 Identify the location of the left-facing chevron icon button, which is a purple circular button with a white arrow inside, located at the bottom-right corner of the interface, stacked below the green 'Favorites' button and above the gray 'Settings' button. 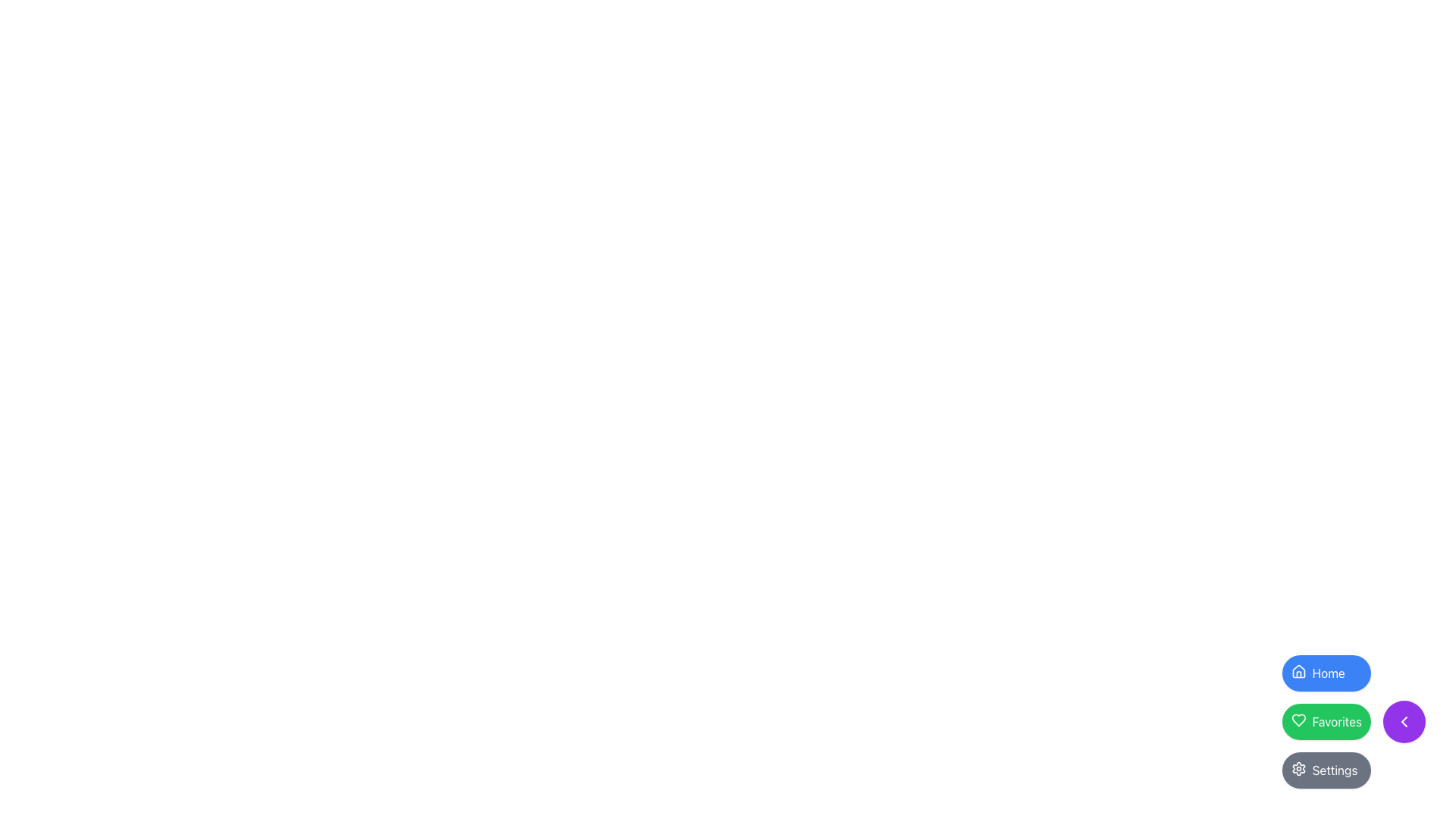
(1404, 721).